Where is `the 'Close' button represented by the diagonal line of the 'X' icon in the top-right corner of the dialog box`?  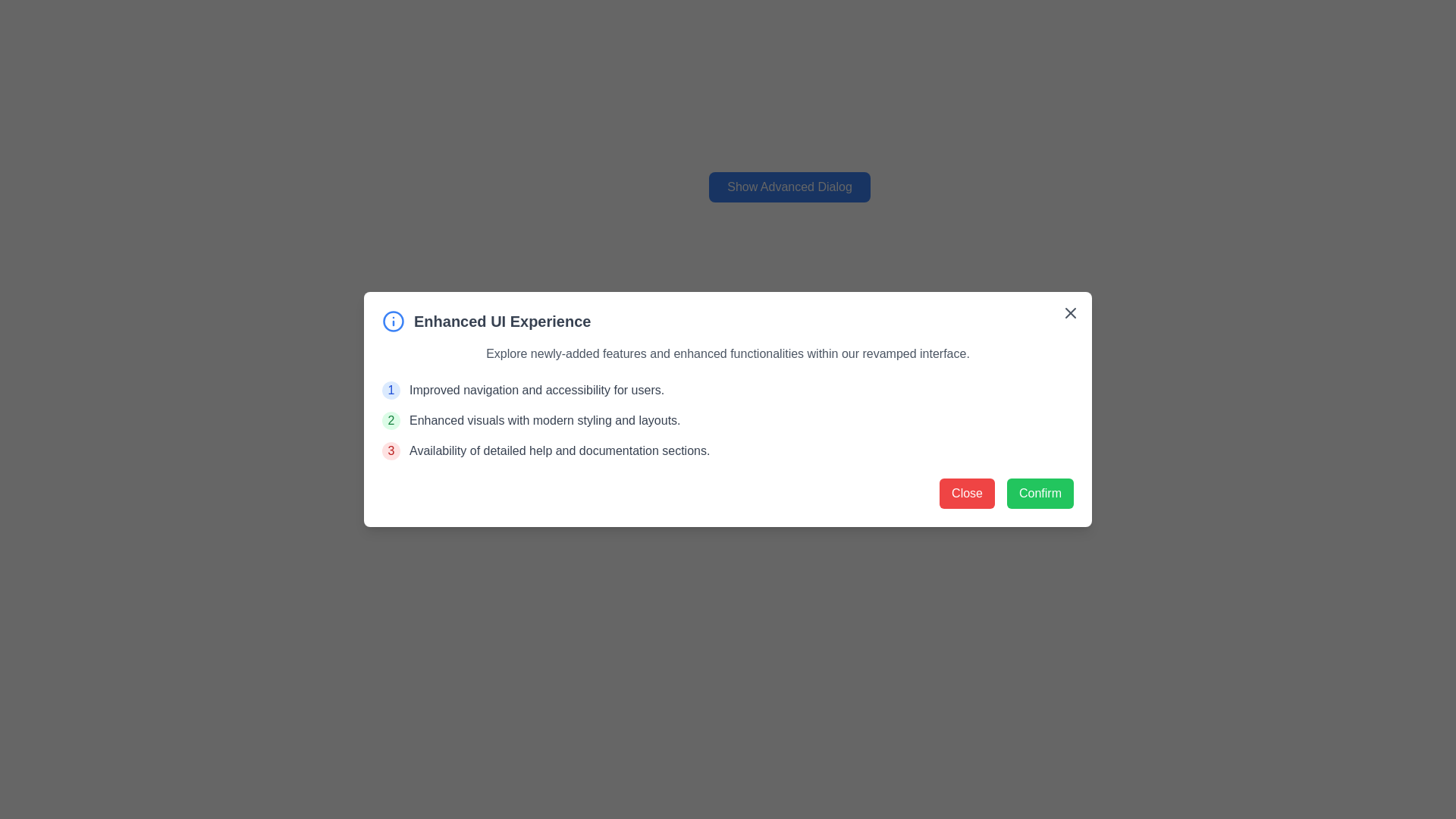
the 'Close' button represented by the diagonal line of the 'X' icon in the top-right corner of the dialog box is located at coordinates (1069, 312).